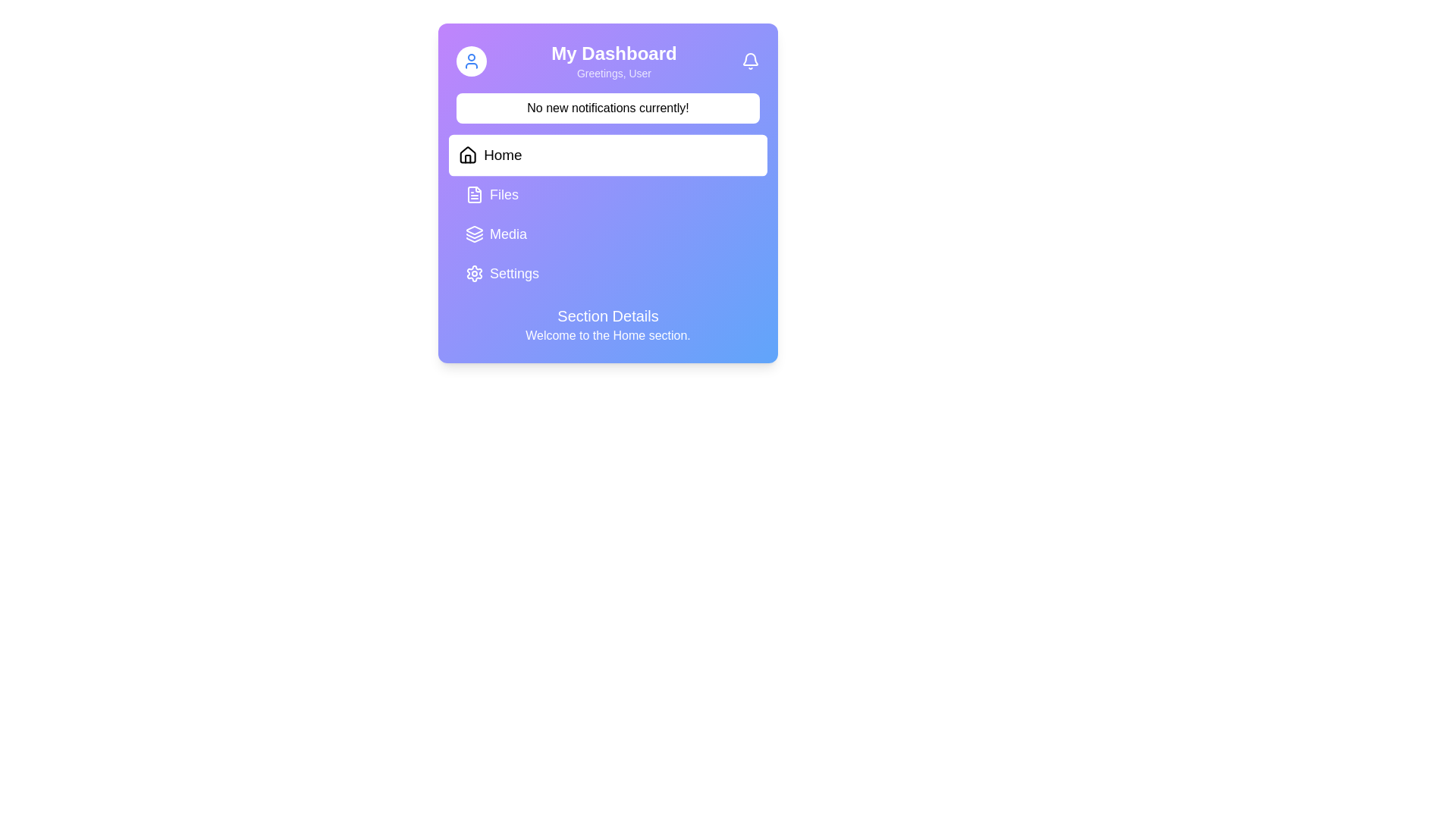  Describe the element at coordinates (504, 194) in the screenshot. I see `the text label reading 'Files' in the vertical menu, which is styled with a larger font size and medium-bold weight, located second beneath the 'Home' option` at that location.